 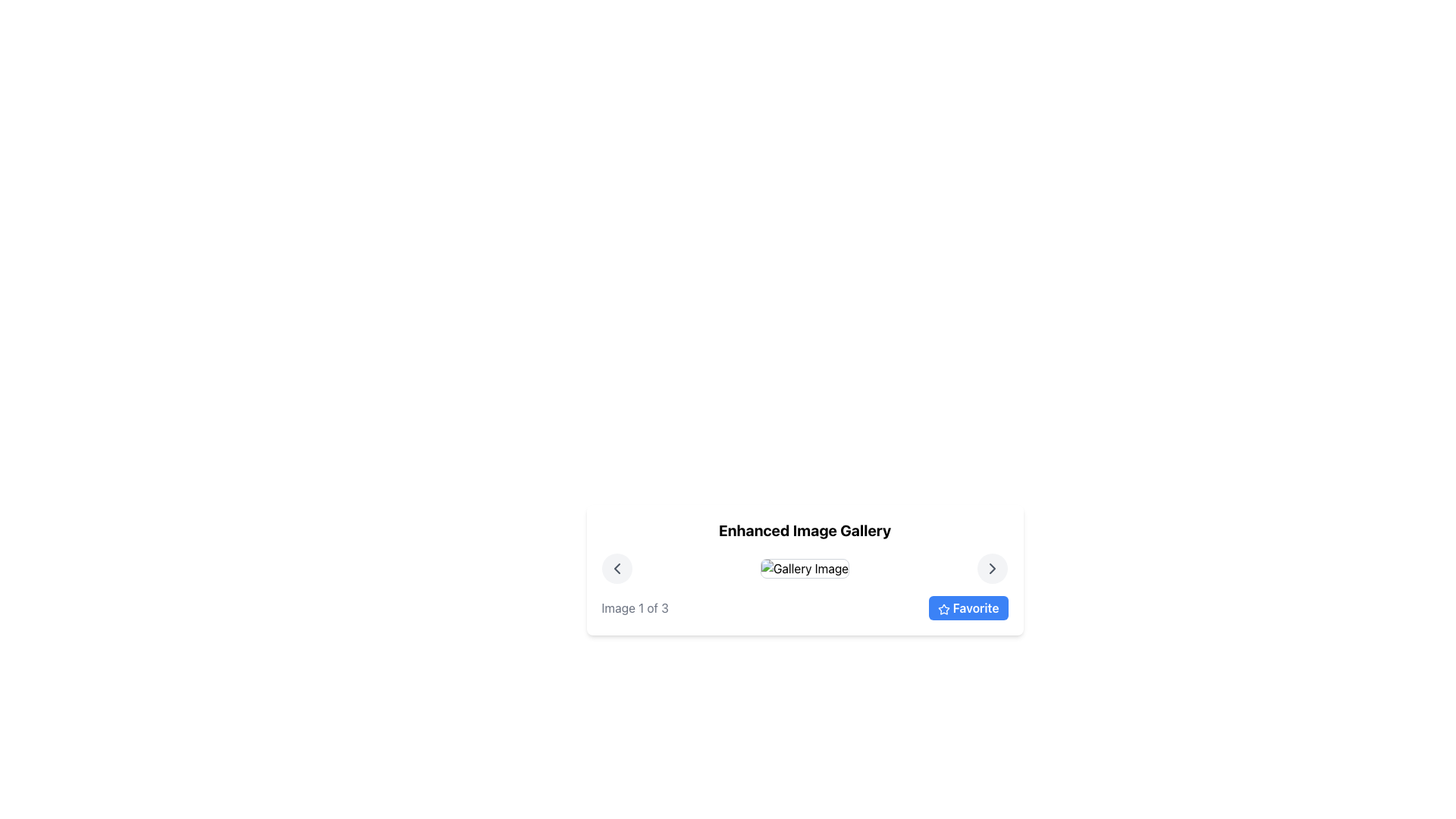 What do you see at coordinates (943, 608) in the screenshot?
I see `the star-shaped icon within the 'Favorite' button to interact with the favorite functionality` at bounding box center [943, 608].